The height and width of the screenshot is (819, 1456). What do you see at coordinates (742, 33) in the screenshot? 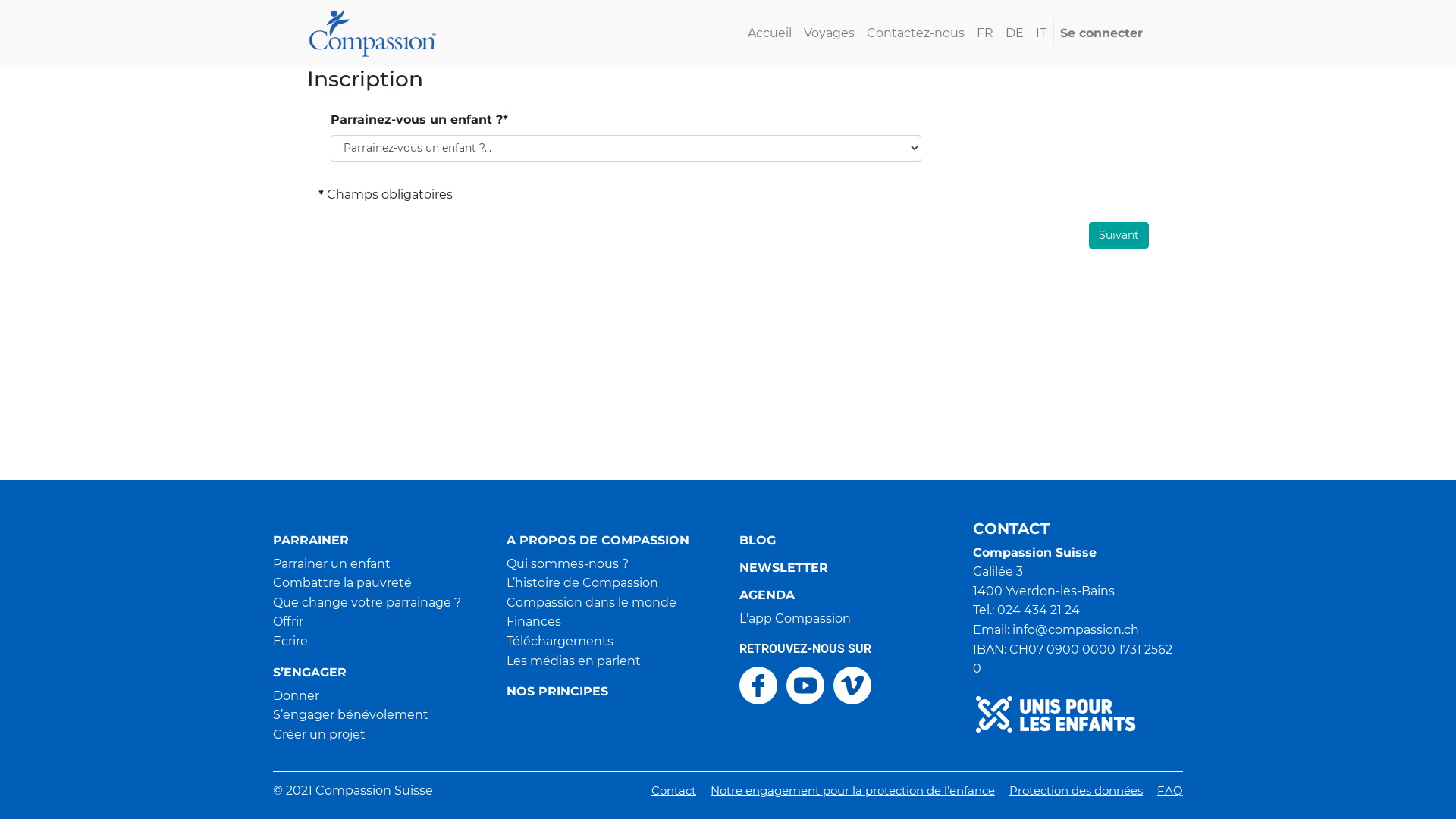
I see `'Accueil'` at bounding box center [742, 33].